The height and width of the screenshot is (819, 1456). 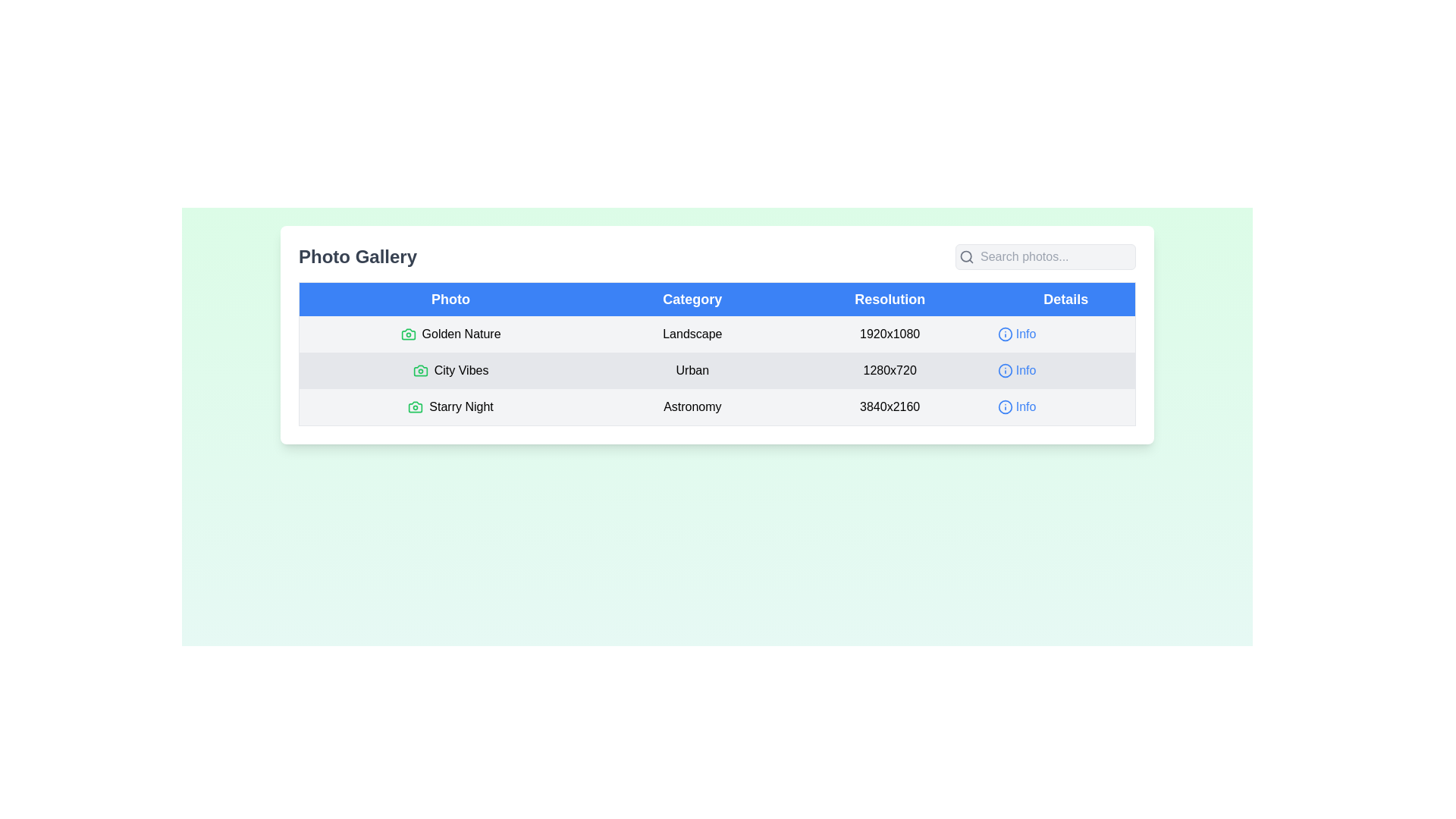 I want to click on the 'City Vibes' label in the first column of the 'Photo Gallery' table, so click(x=450, y=371).